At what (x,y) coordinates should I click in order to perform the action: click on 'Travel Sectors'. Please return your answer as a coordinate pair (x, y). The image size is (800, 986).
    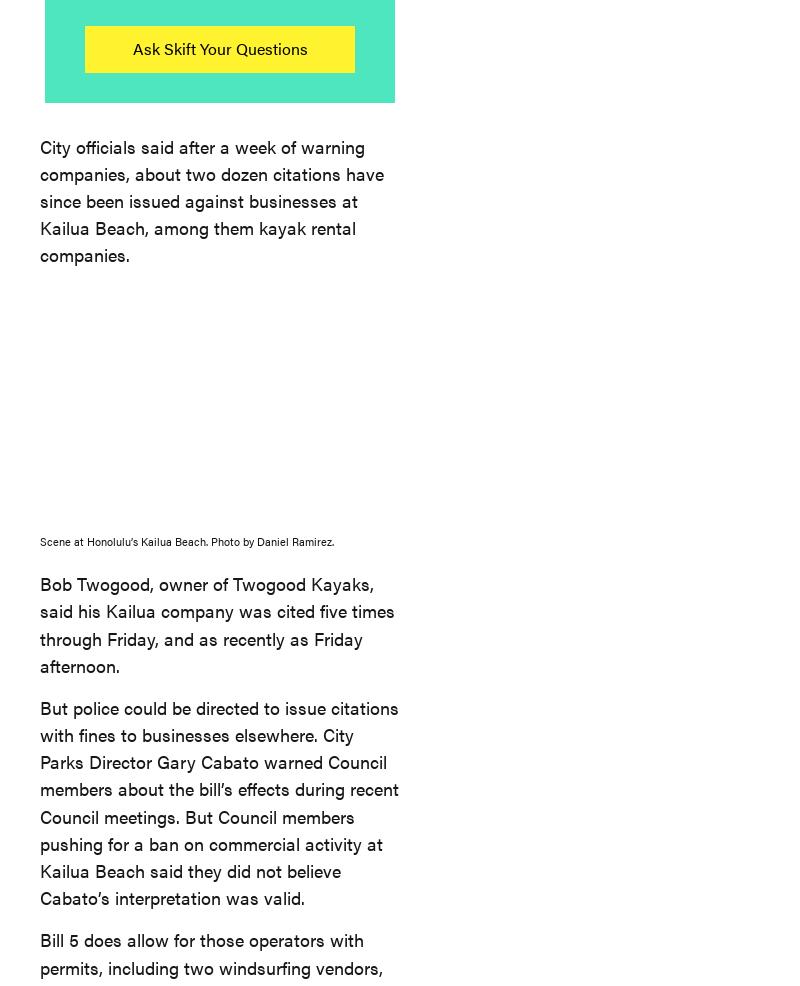
    Looking at the image, I should click on (226, 224).